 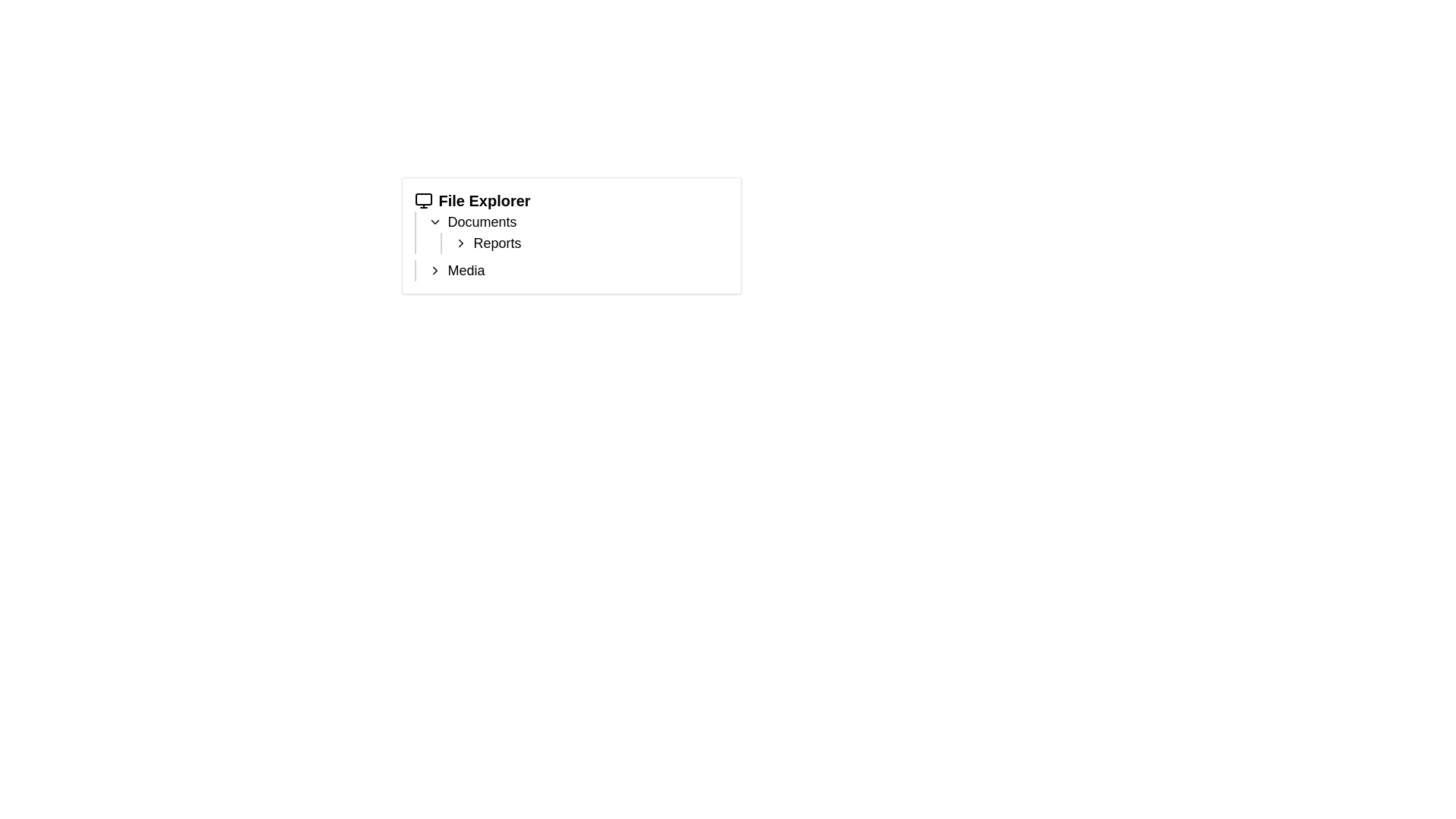 What do you see at coordinates (570, 236) in the screenshot?
I see `the 'Reports' section in the file explorer navigation pane` at bounding box center [570, 236].